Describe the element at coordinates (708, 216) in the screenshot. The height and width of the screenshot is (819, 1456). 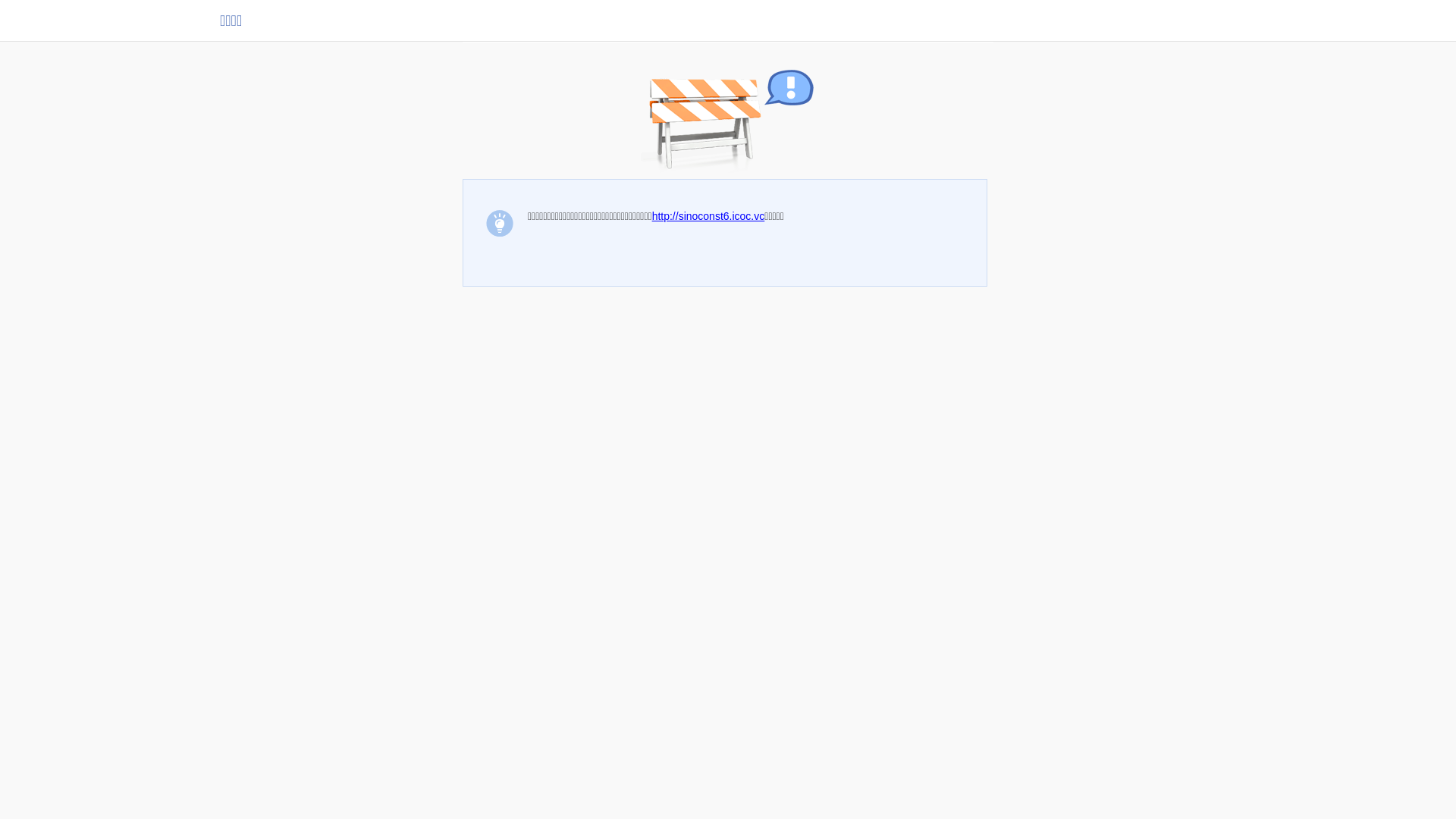
I see `'http://sinoconst6.icoc.vc'` at that location.